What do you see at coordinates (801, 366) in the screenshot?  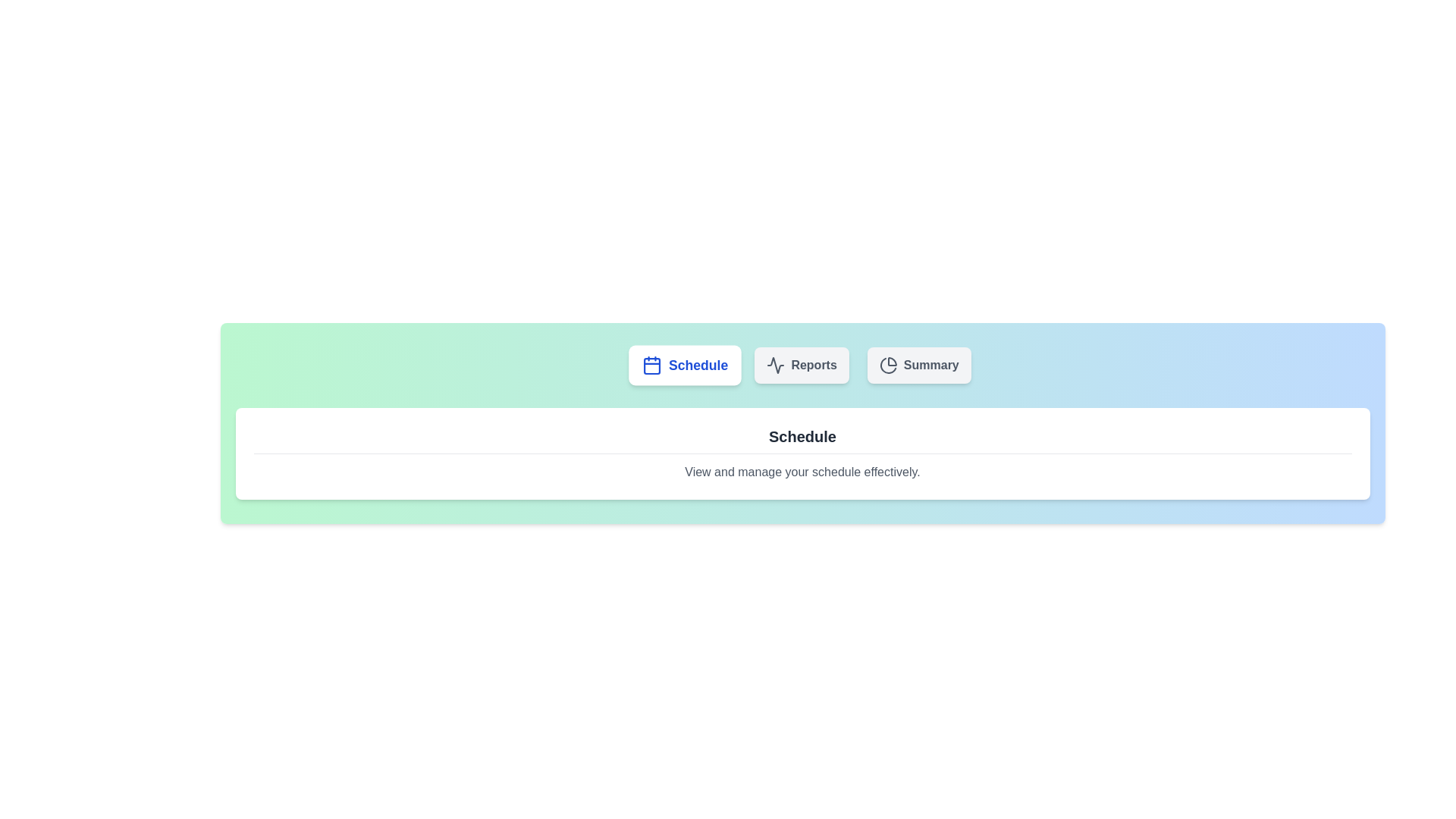 I see `the tab labeled Reports to observe its interaction effect` at bounding box center [801, 366].